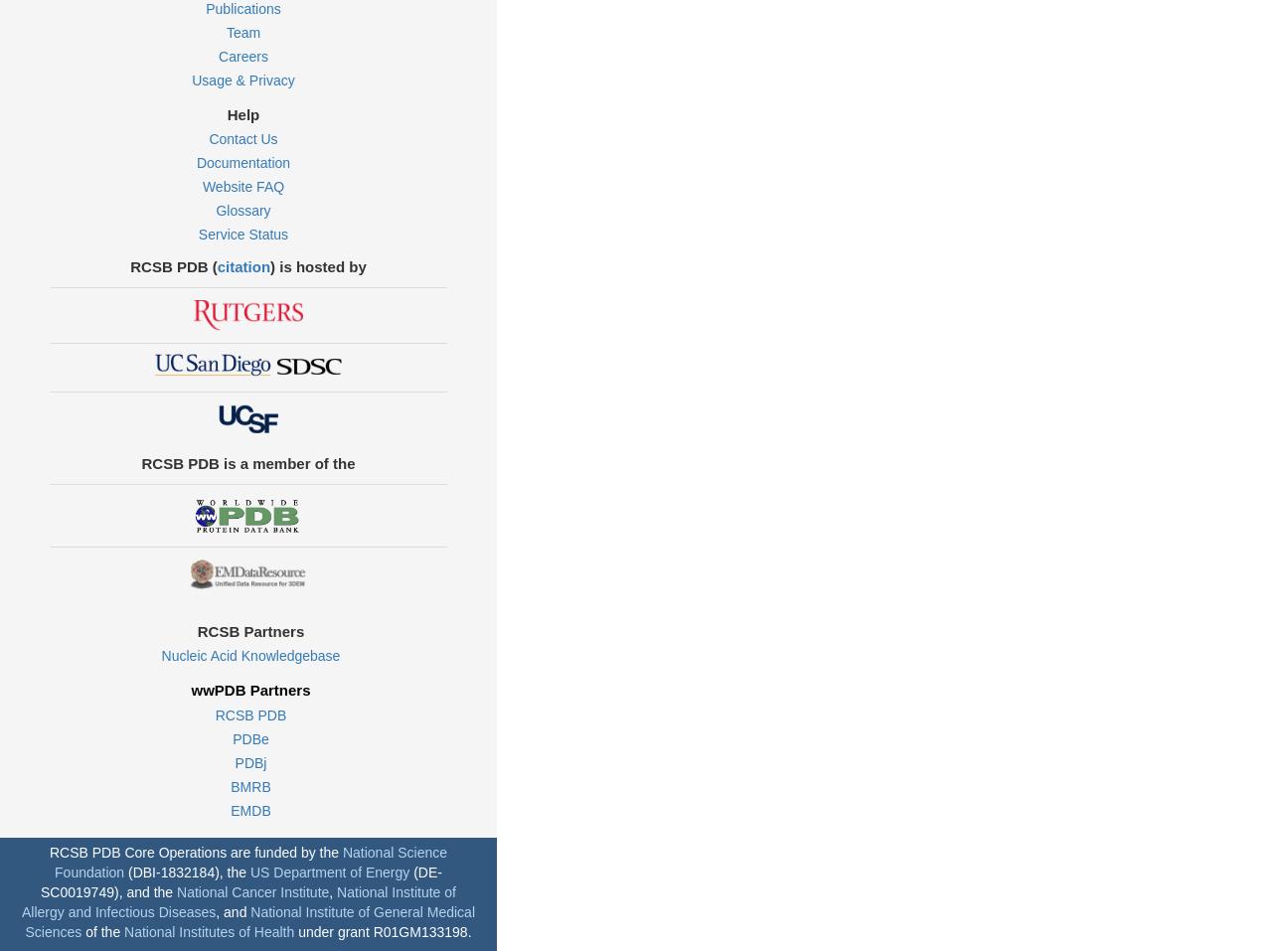 This screenshot has height=951, width=1288. What do you see at coordinates (317, 264) in the screenshot?
I see `') is hosted by'` at bounding box center [317, 264].